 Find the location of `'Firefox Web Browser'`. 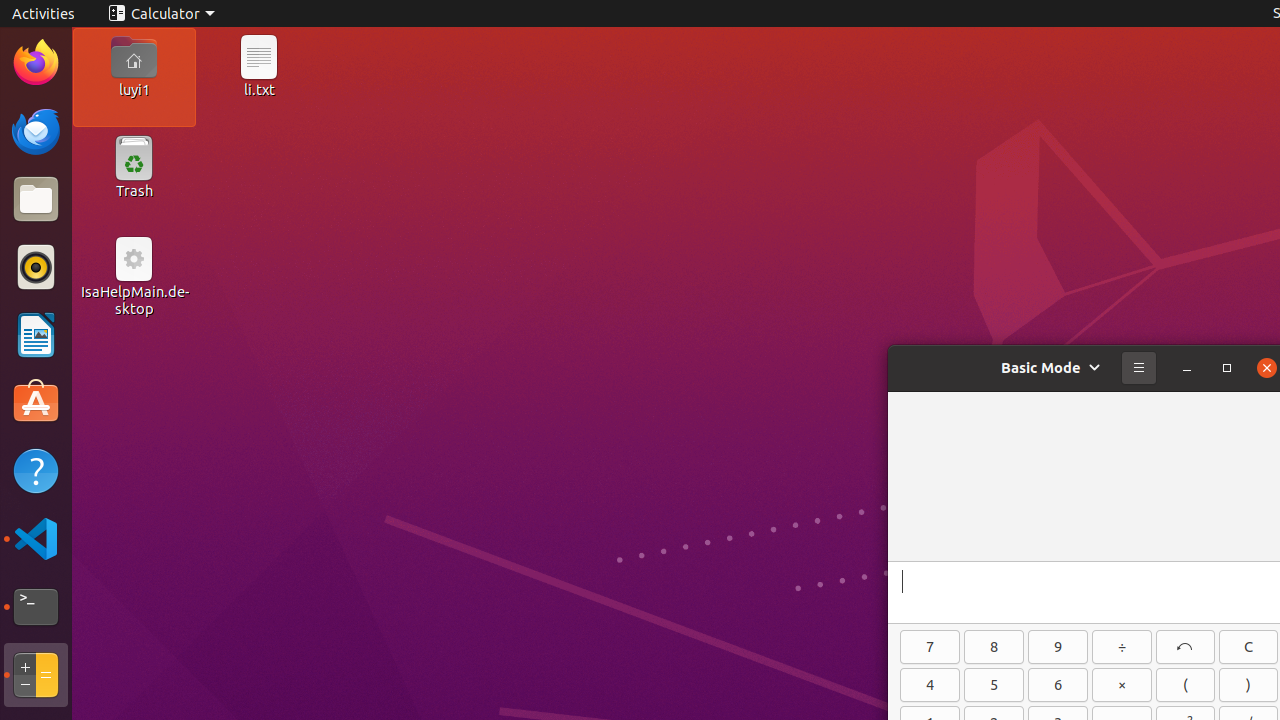

'Firefox Web Browser' is located at coordinates (35, 61).